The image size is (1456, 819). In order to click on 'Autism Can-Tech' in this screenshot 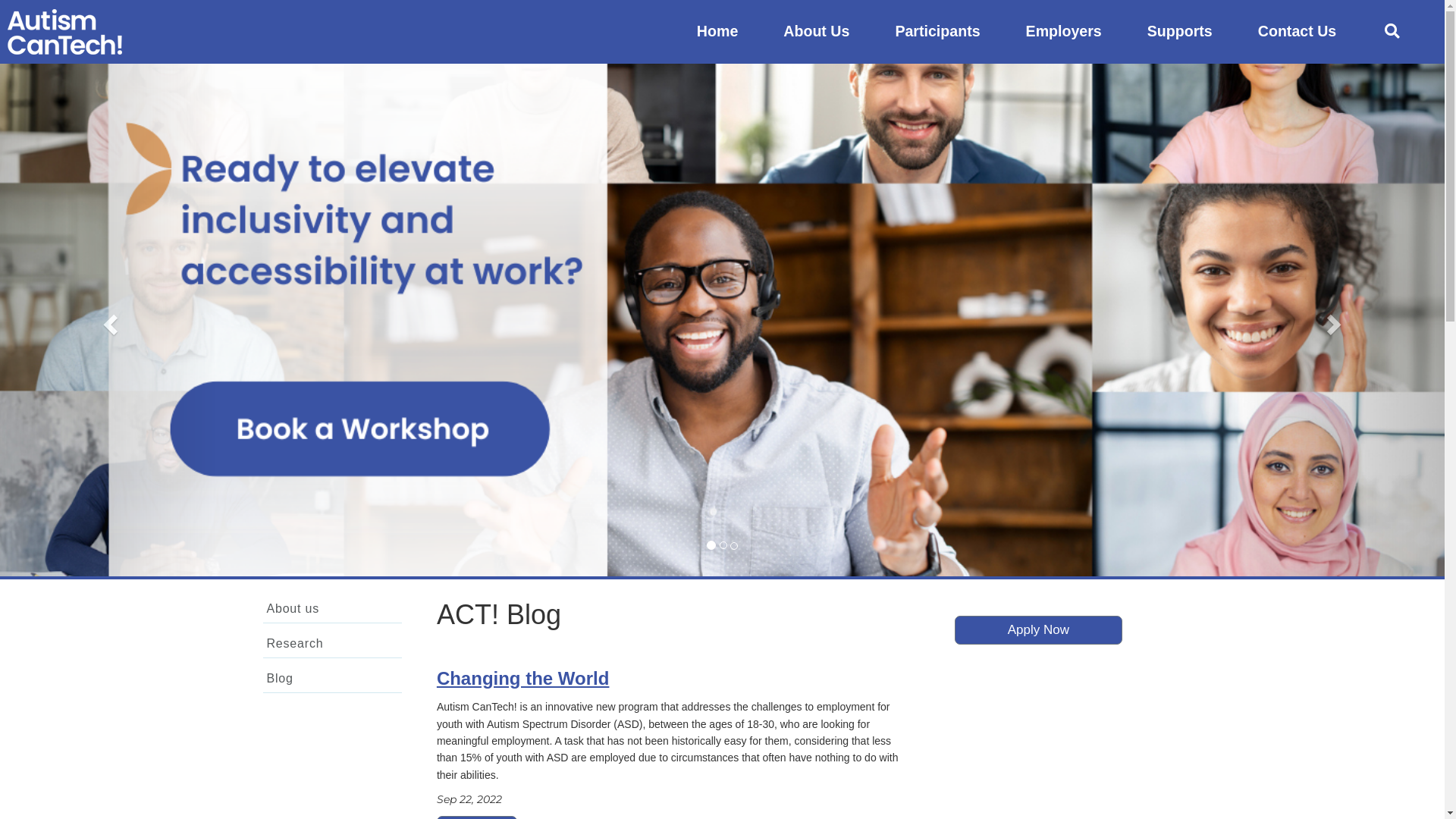, I will do `click(64, 32)`.